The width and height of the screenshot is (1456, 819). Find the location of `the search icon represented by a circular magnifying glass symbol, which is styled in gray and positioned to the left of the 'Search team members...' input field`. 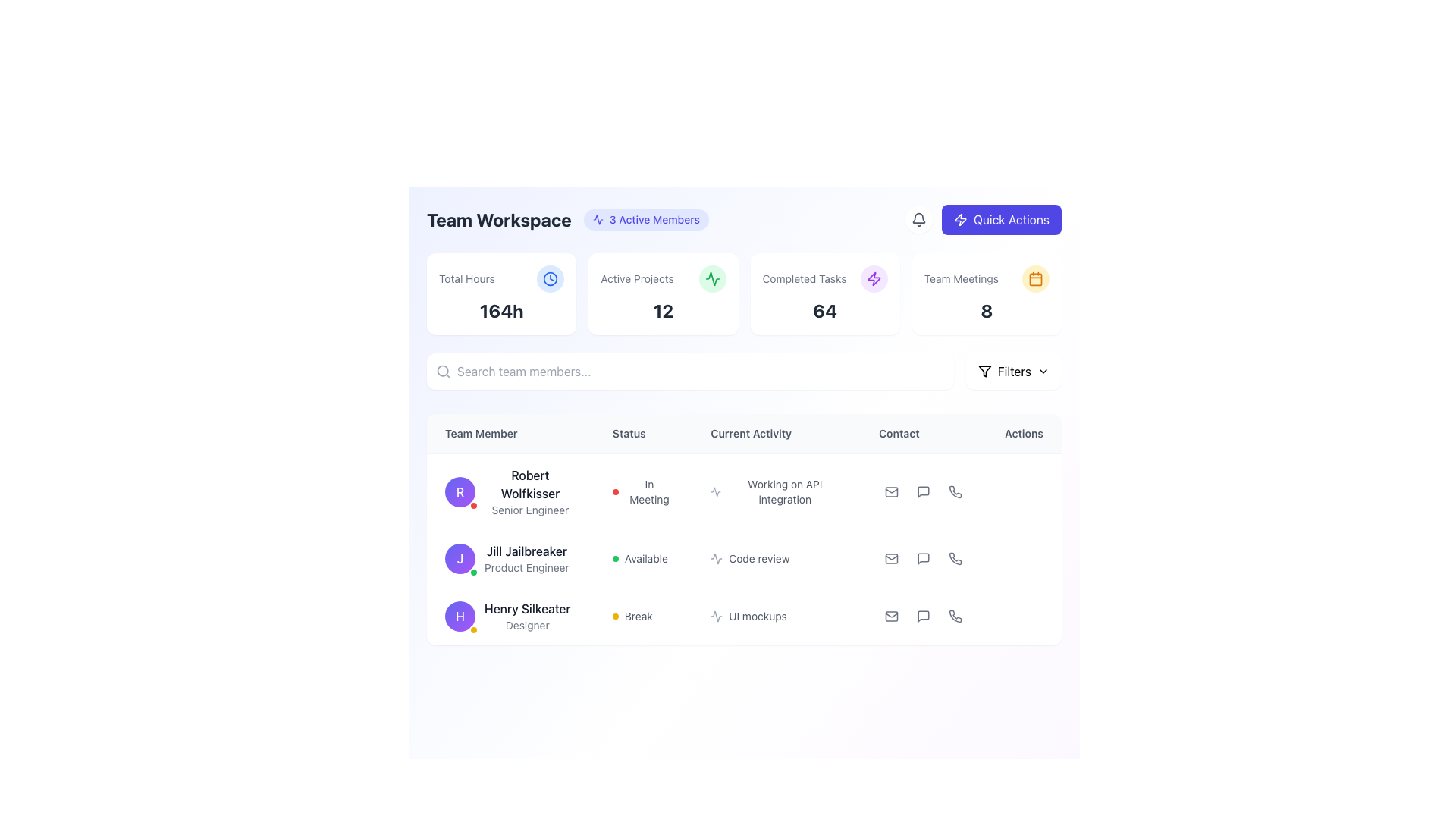

the search icon represented by a circular magnifying glass symbol, which is styled in gray and positioned to the left of the 'Search team members...' input field is located at coordinates (443, 371).